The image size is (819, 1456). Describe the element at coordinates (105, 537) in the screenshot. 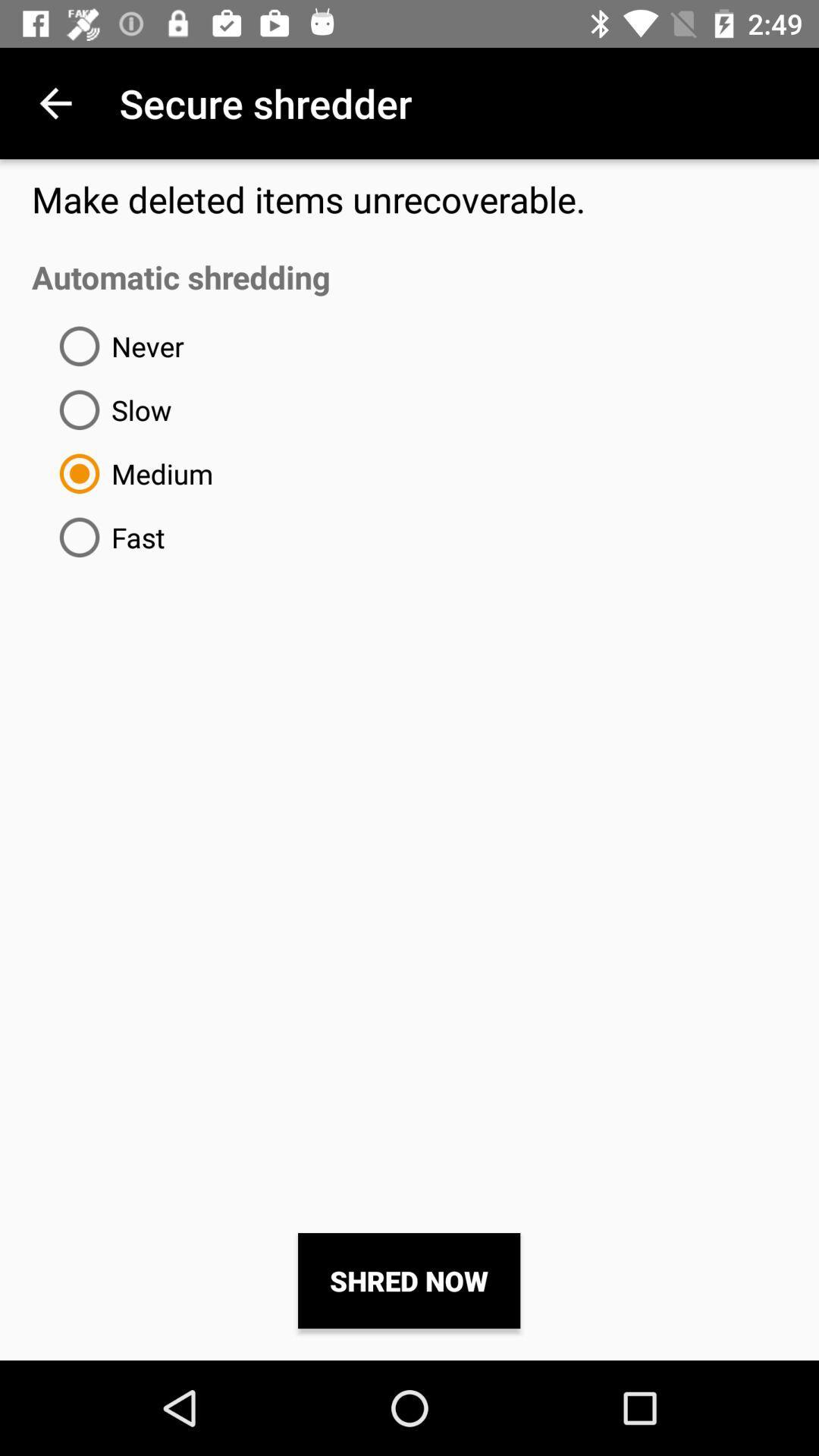

I see `the item below medium icon` at that location.